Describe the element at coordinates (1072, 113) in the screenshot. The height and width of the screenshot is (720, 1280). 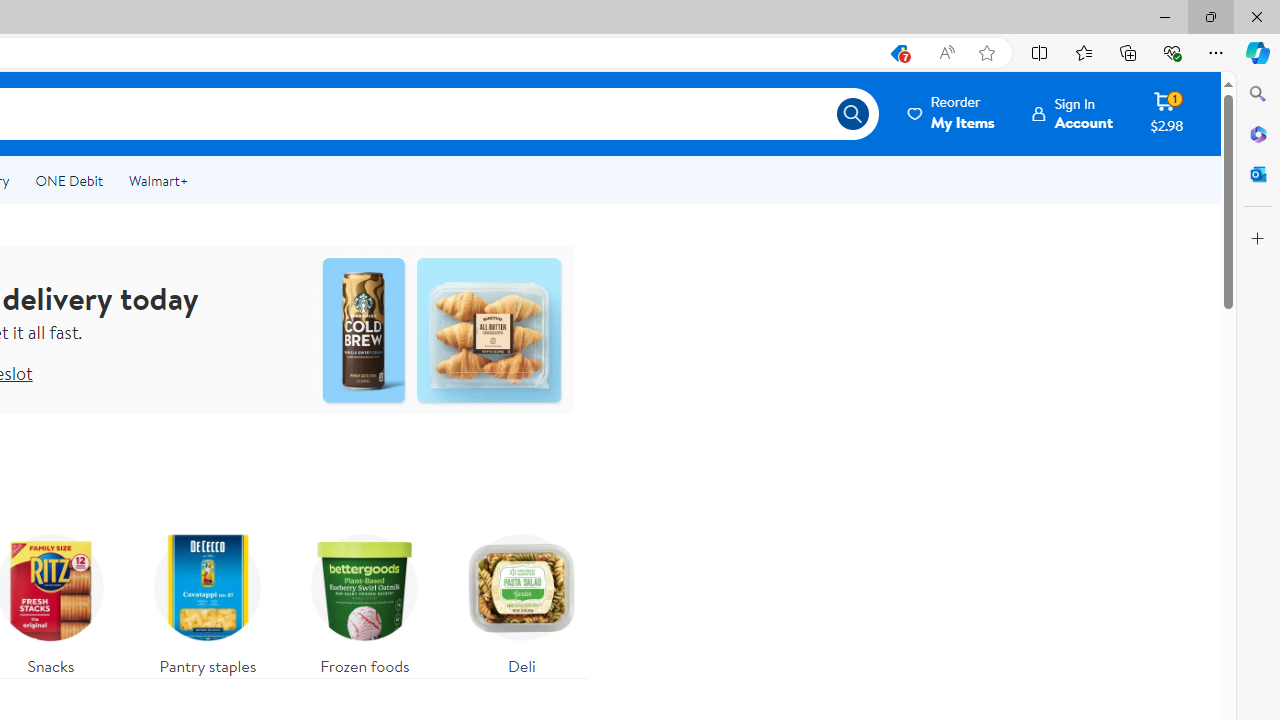
I see `'Sign In Account'` at that location.